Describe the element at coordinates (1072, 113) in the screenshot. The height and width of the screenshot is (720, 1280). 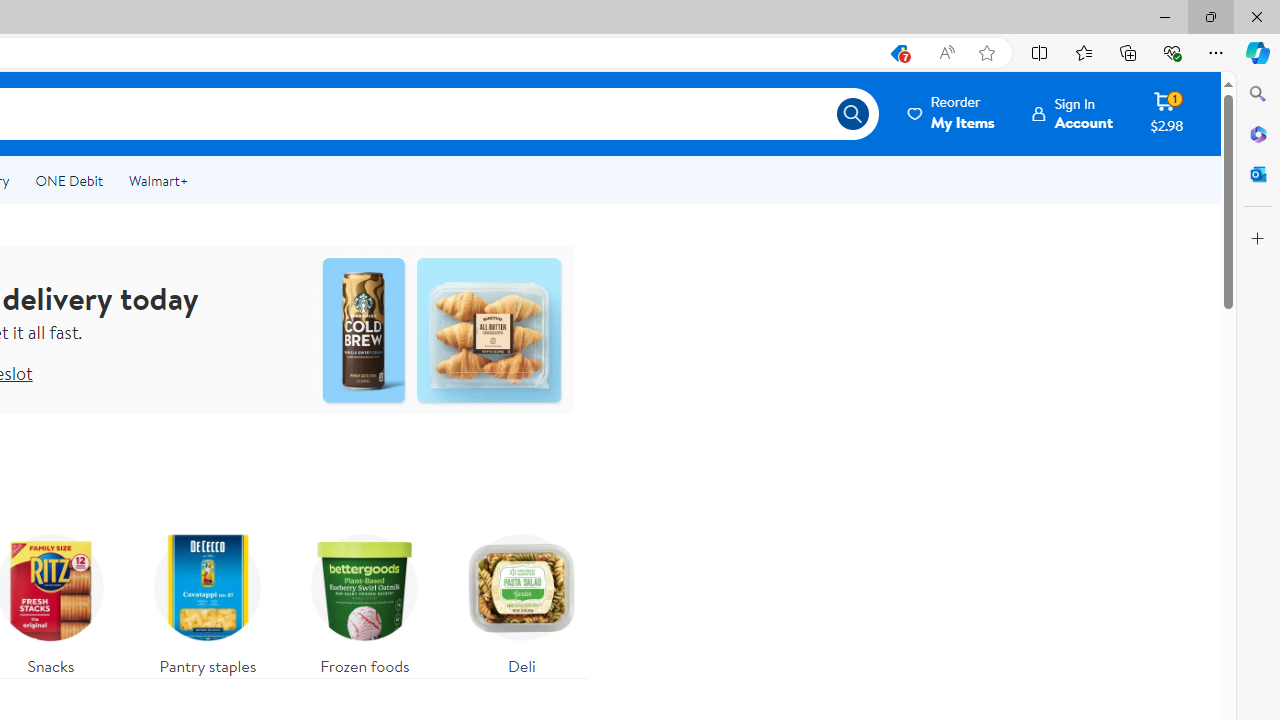
I see `'Sign In Account'` at that location.